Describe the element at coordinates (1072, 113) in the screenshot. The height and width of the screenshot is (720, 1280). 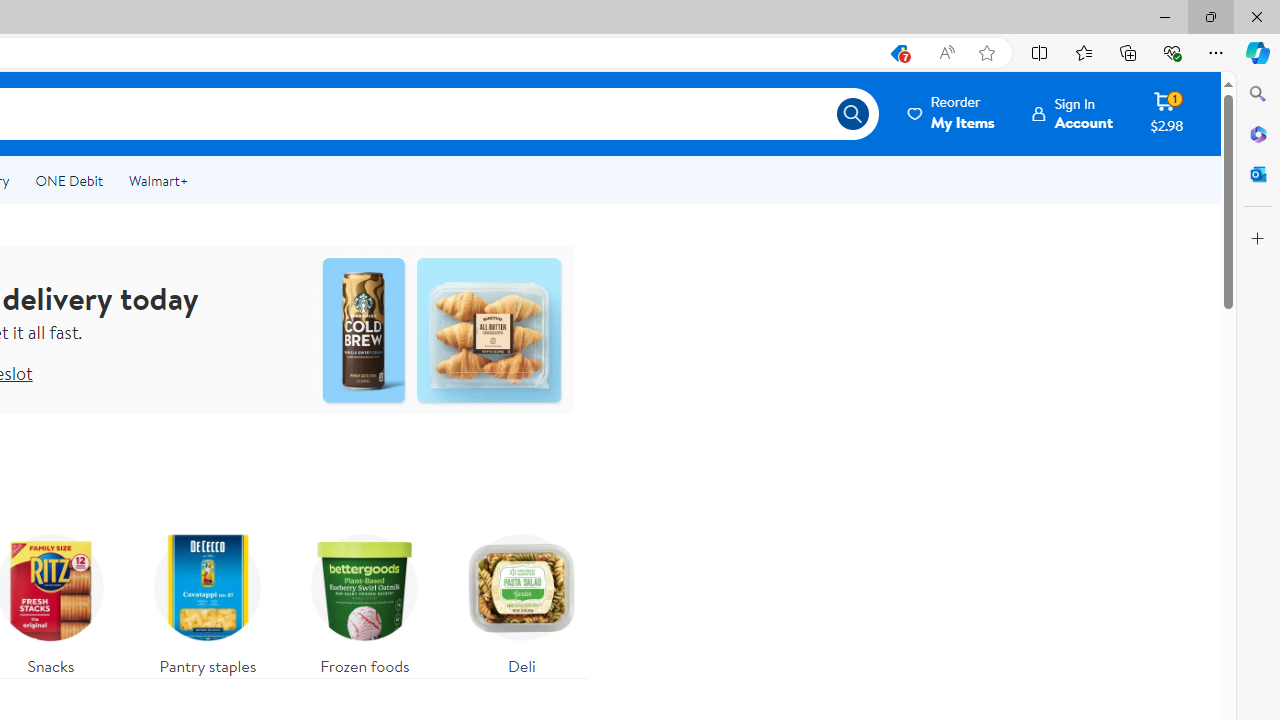
I see `'Sign In Account'` at that location.